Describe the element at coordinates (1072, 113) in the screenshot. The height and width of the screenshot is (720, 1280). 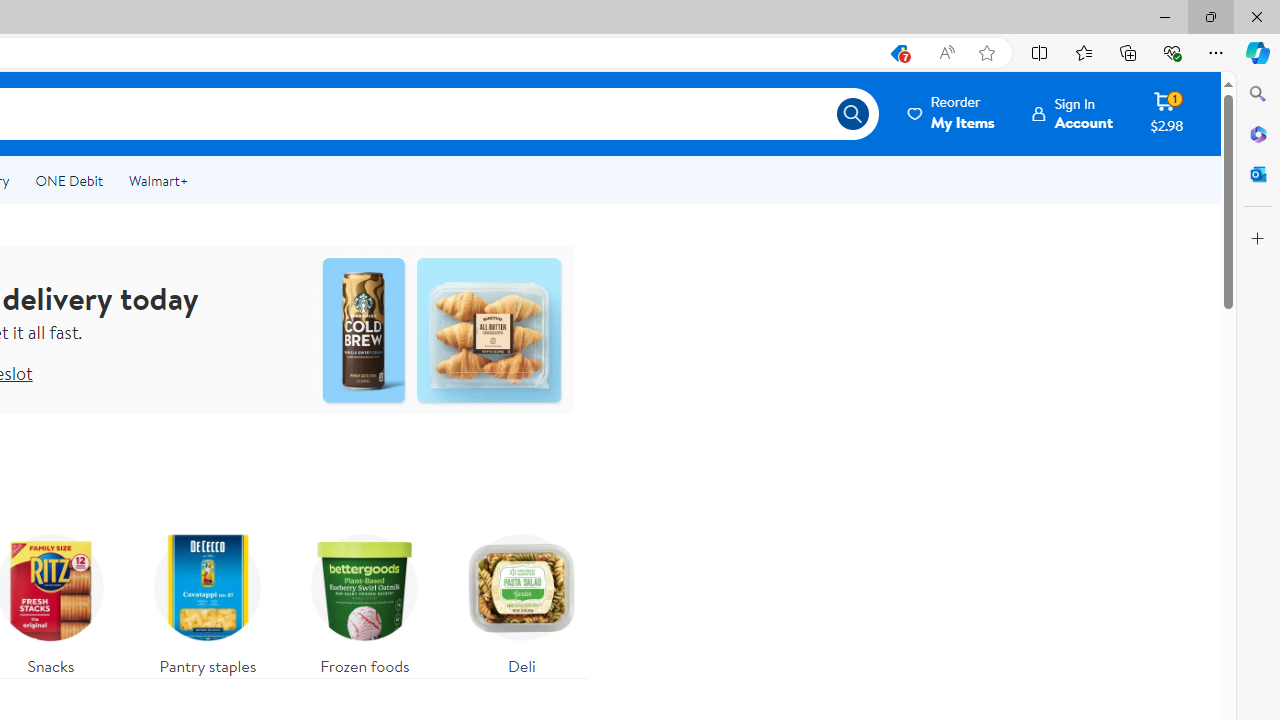
I see `'Sign In Account'` at that location.